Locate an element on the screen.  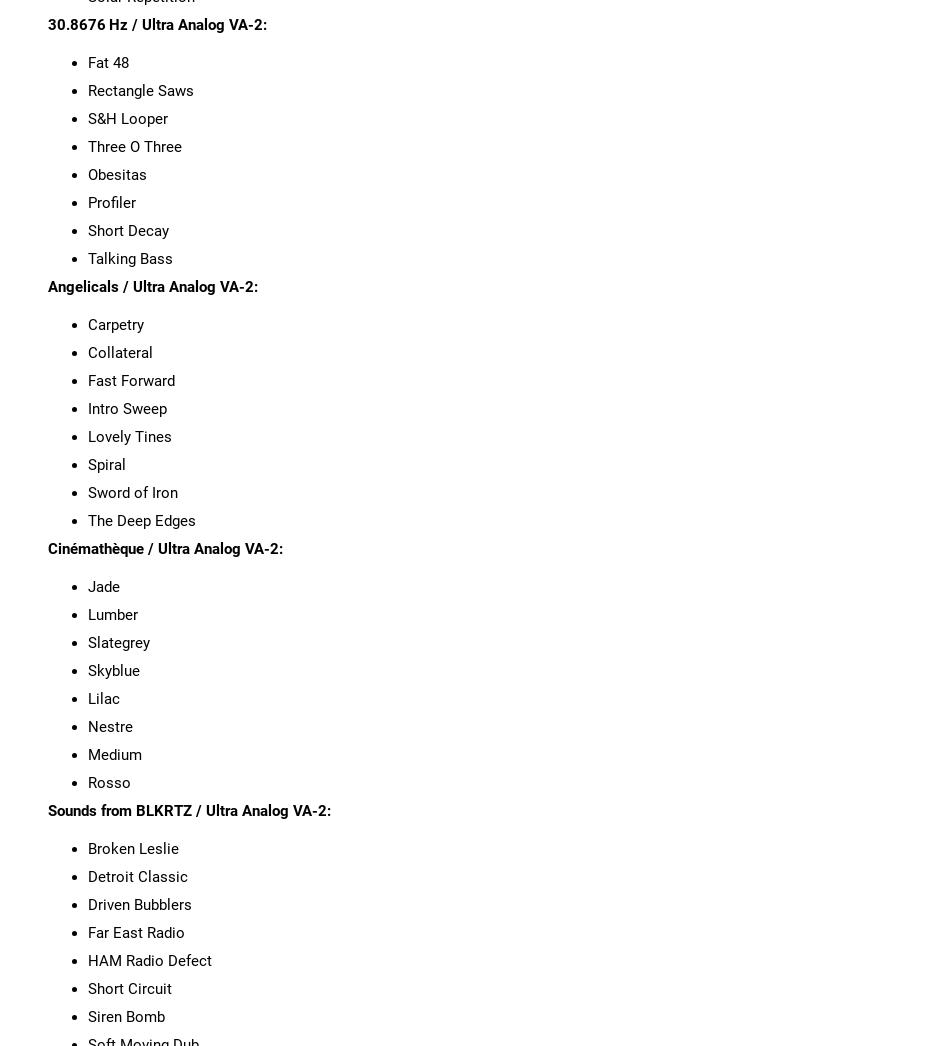
'Nestre' is located at coordinates (109, 726).